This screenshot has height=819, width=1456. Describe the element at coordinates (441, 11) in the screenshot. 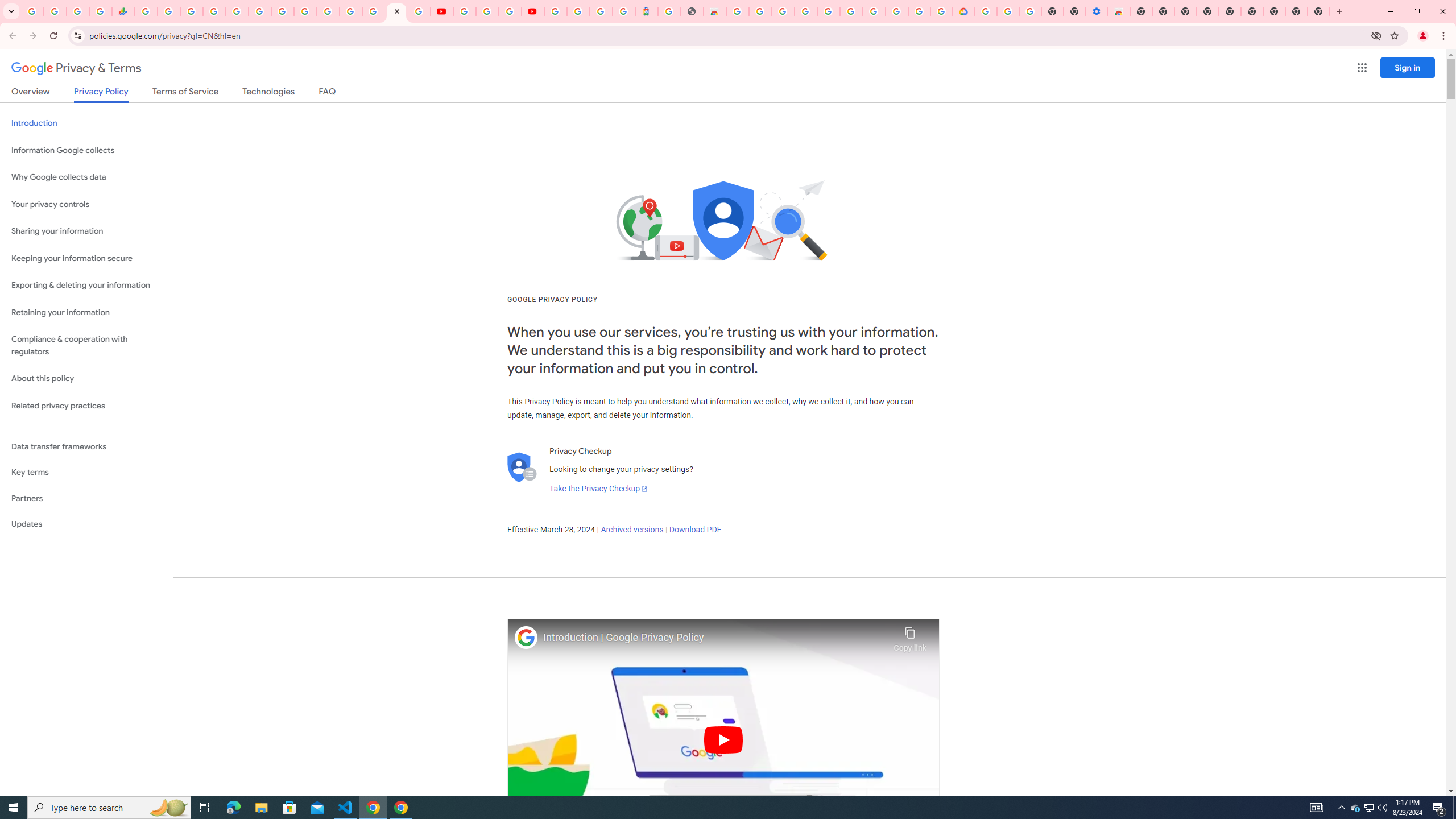

I see `'YouTube'` at that location.